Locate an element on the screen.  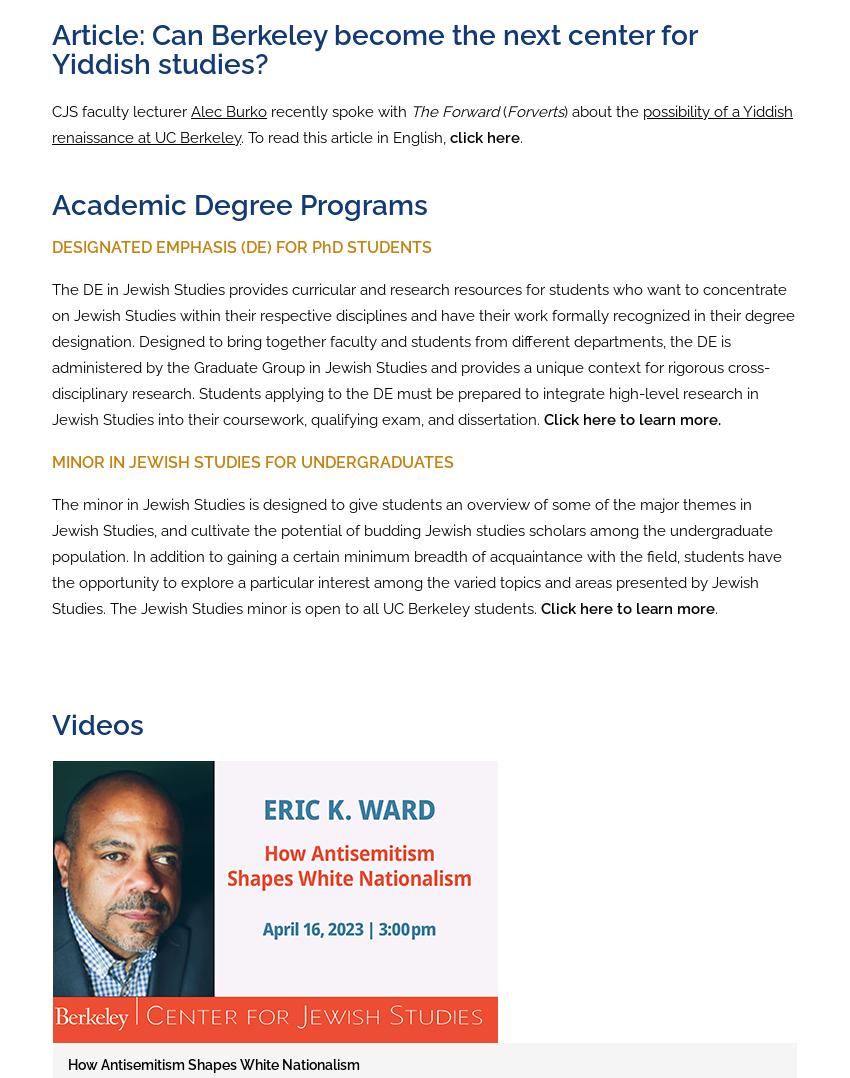
'MINOR IN JEWISH STUDIES FOR UNDERGRADUATES' is located at coordinates (252, 462).